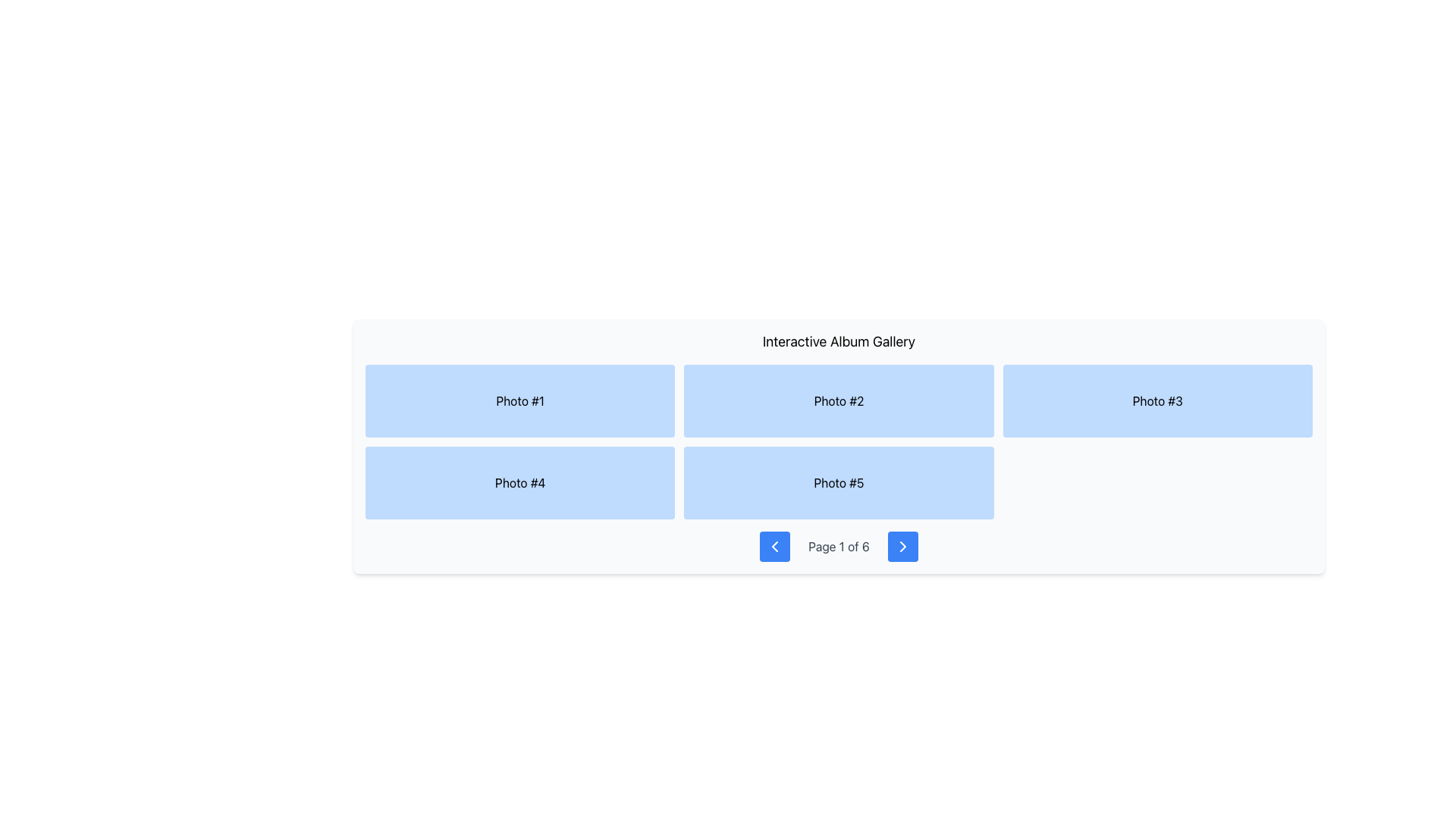 The image size is (1456, 819). I want to click on the interactive gallery photo item labeled 'Photo #2', which is the second block in a 3x2 grid layout, so click(838, 400).